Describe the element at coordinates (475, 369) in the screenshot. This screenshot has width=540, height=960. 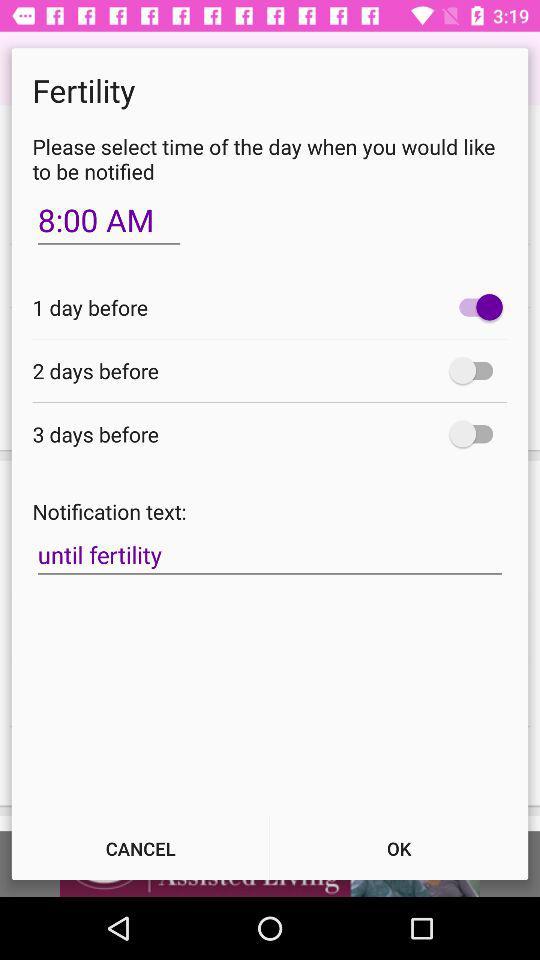
I see `item to the right of the 2 days before` at that location.